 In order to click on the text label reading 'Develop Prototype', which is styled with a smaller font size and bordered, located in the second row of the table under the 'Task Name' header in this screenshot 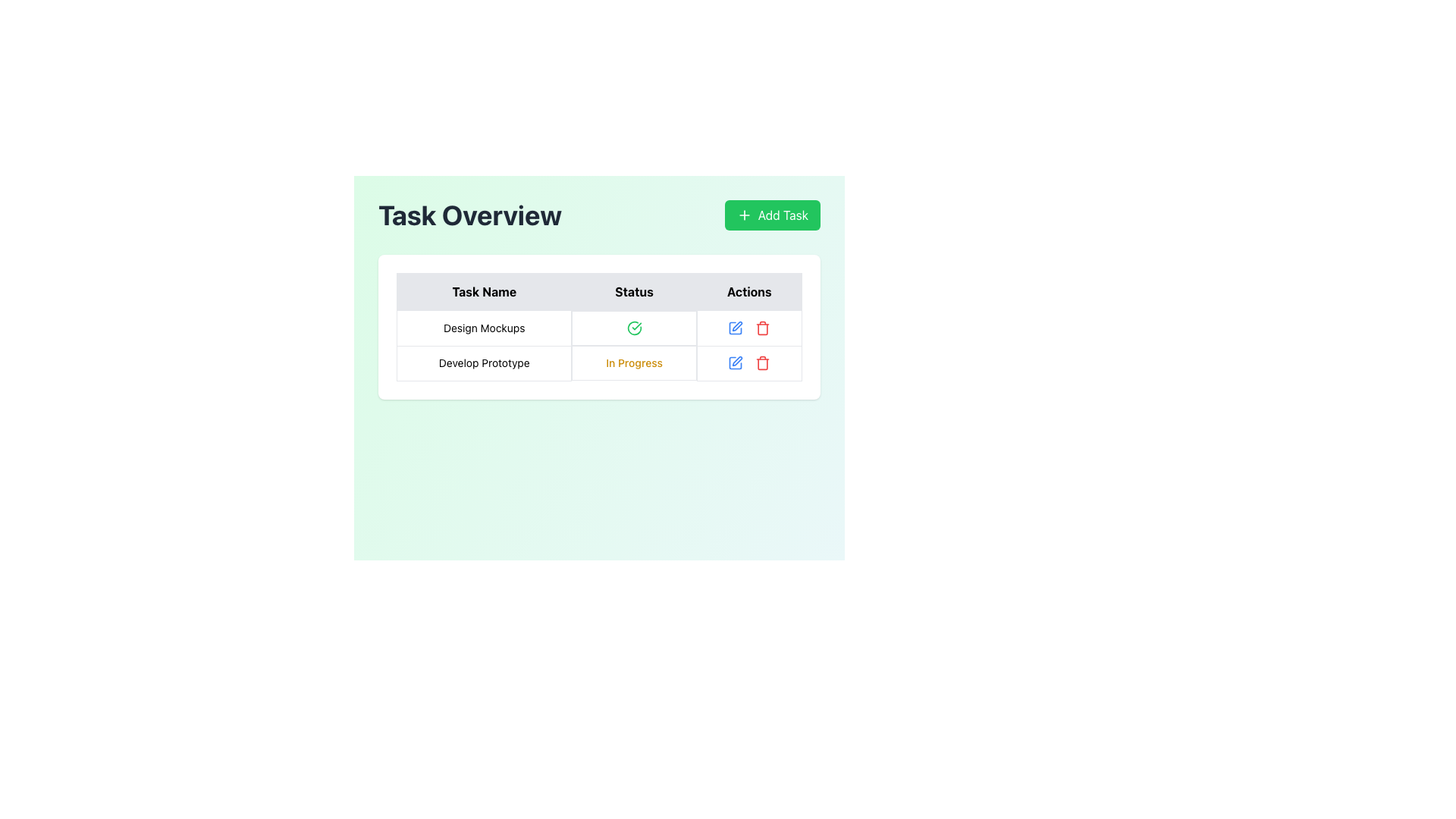, I will do `click(483, 362)`.